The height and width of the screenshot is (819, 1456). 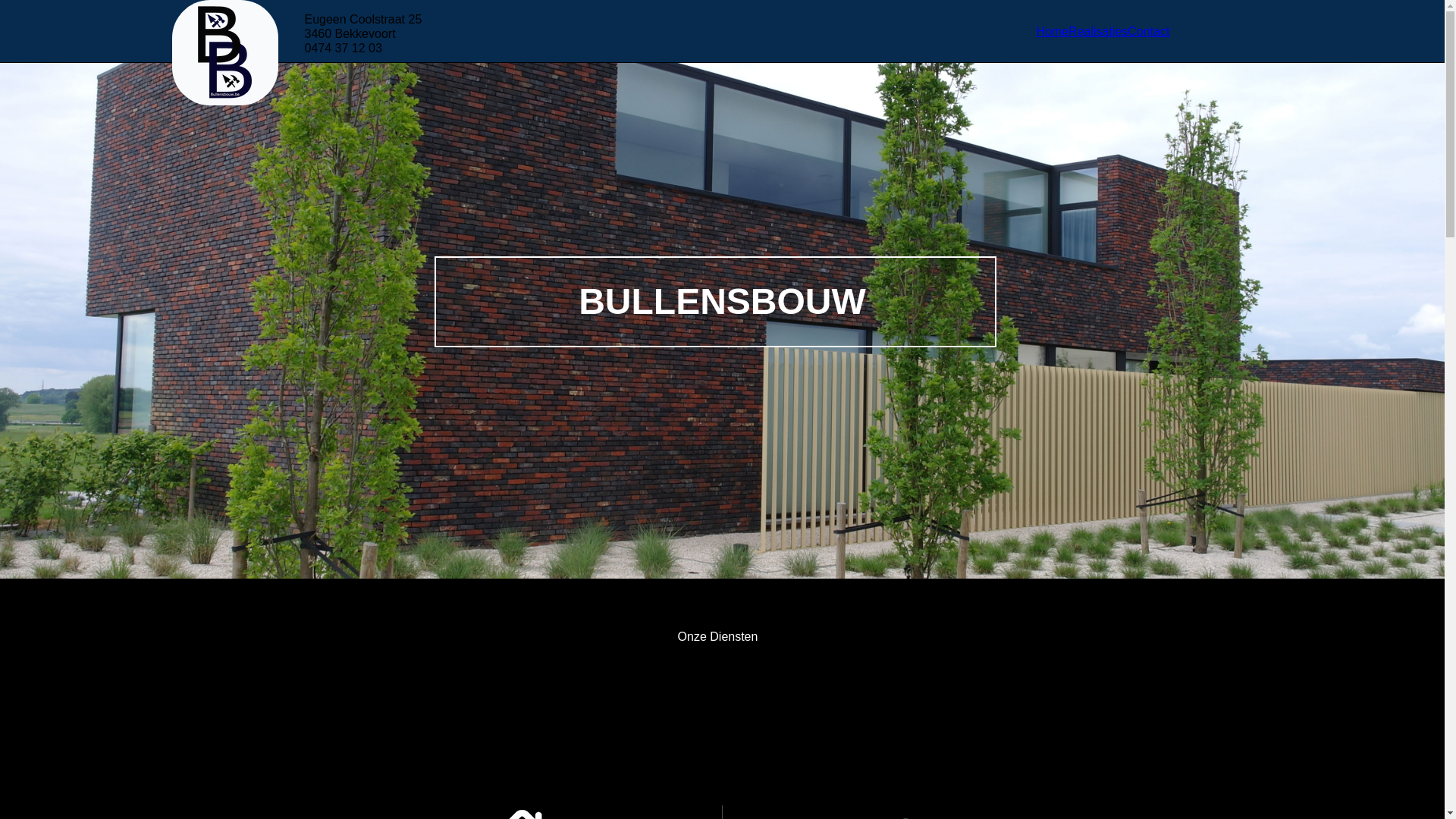 I want to click on 'Realisaties', so click(x=1098, y=31).